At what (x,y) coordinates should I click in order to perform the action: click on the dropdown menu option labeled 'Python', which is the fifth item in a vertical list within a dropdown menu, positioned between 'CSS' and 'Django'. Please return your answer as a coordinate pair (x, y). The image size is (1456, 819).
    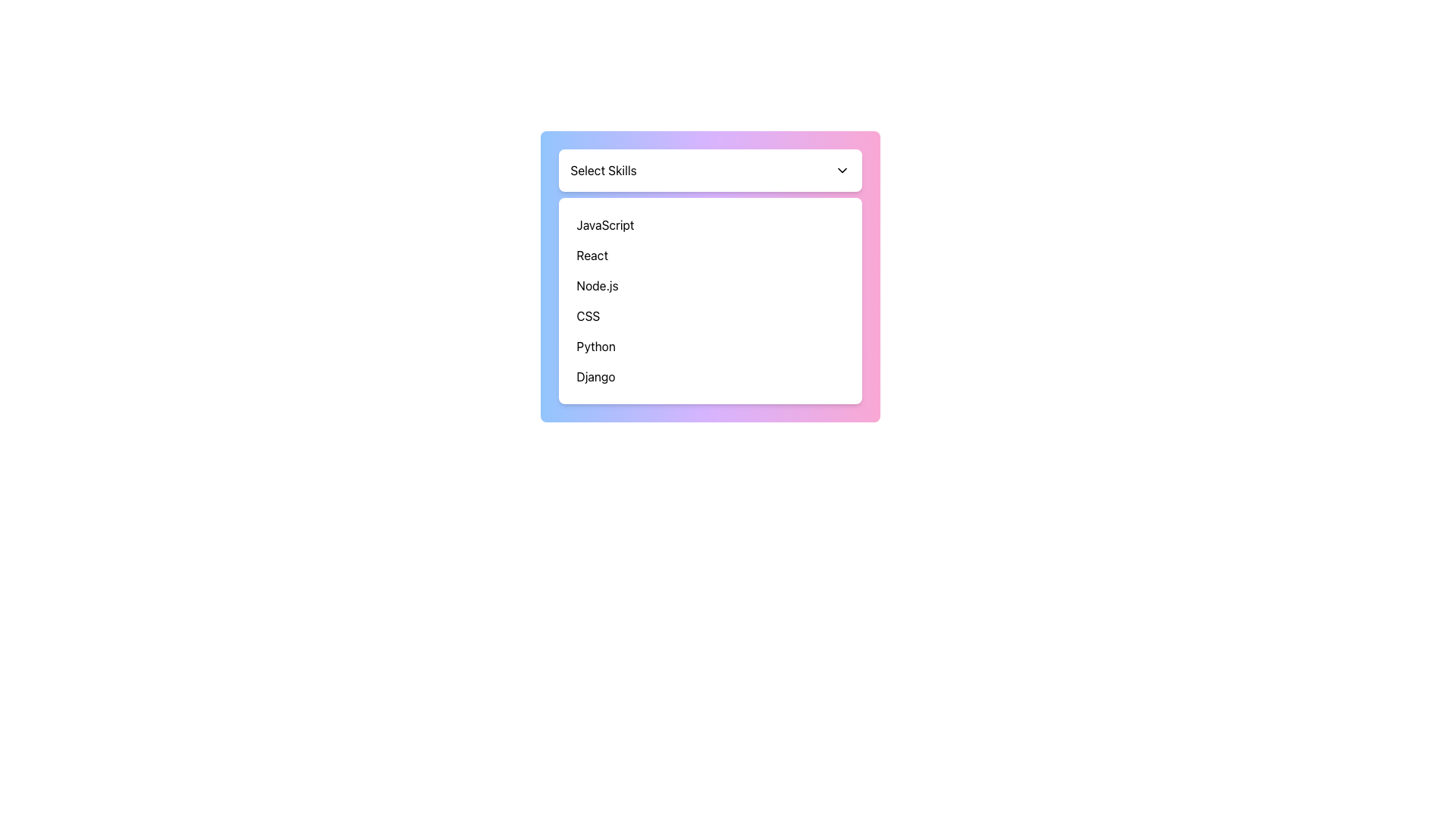
    Looking at the image, I should click on (709, 346).